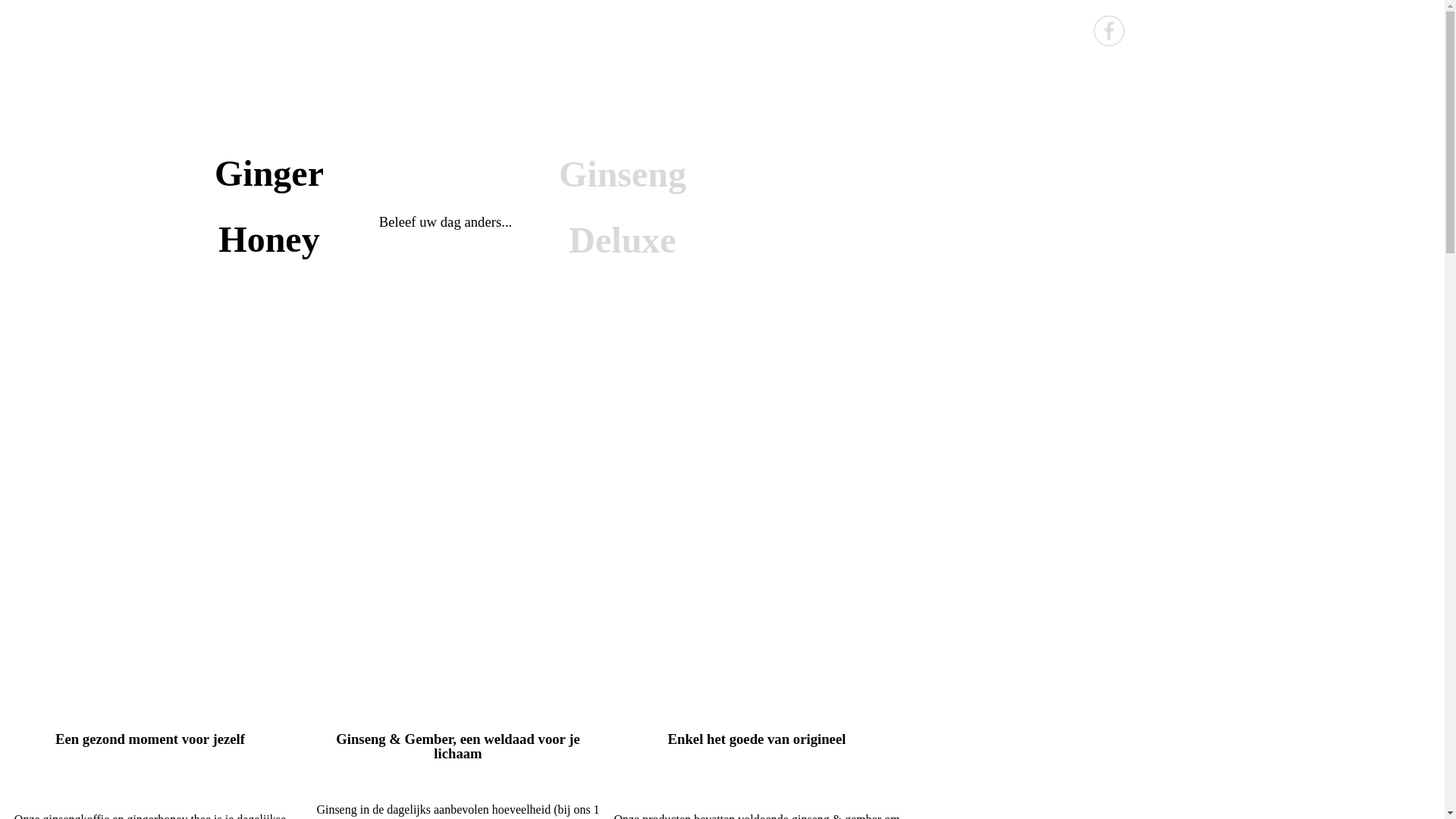 The width and height of the screenshot is (1456, 819). What do you see at coordinates (757, 738) in the screenshot?
I see `'Enkel het goede van origineel'` at bounding box center [757, 738].